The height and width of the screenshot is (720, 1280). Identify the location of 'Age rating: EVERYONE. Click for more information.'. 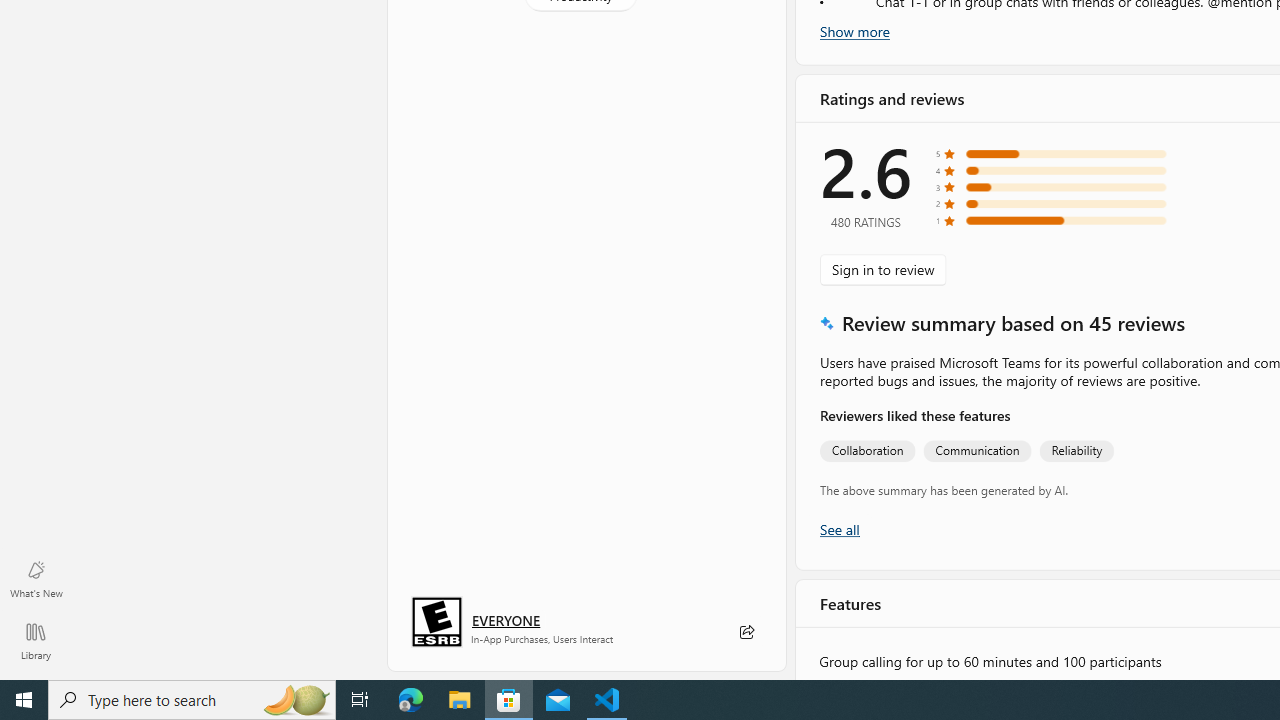
(506, 618).